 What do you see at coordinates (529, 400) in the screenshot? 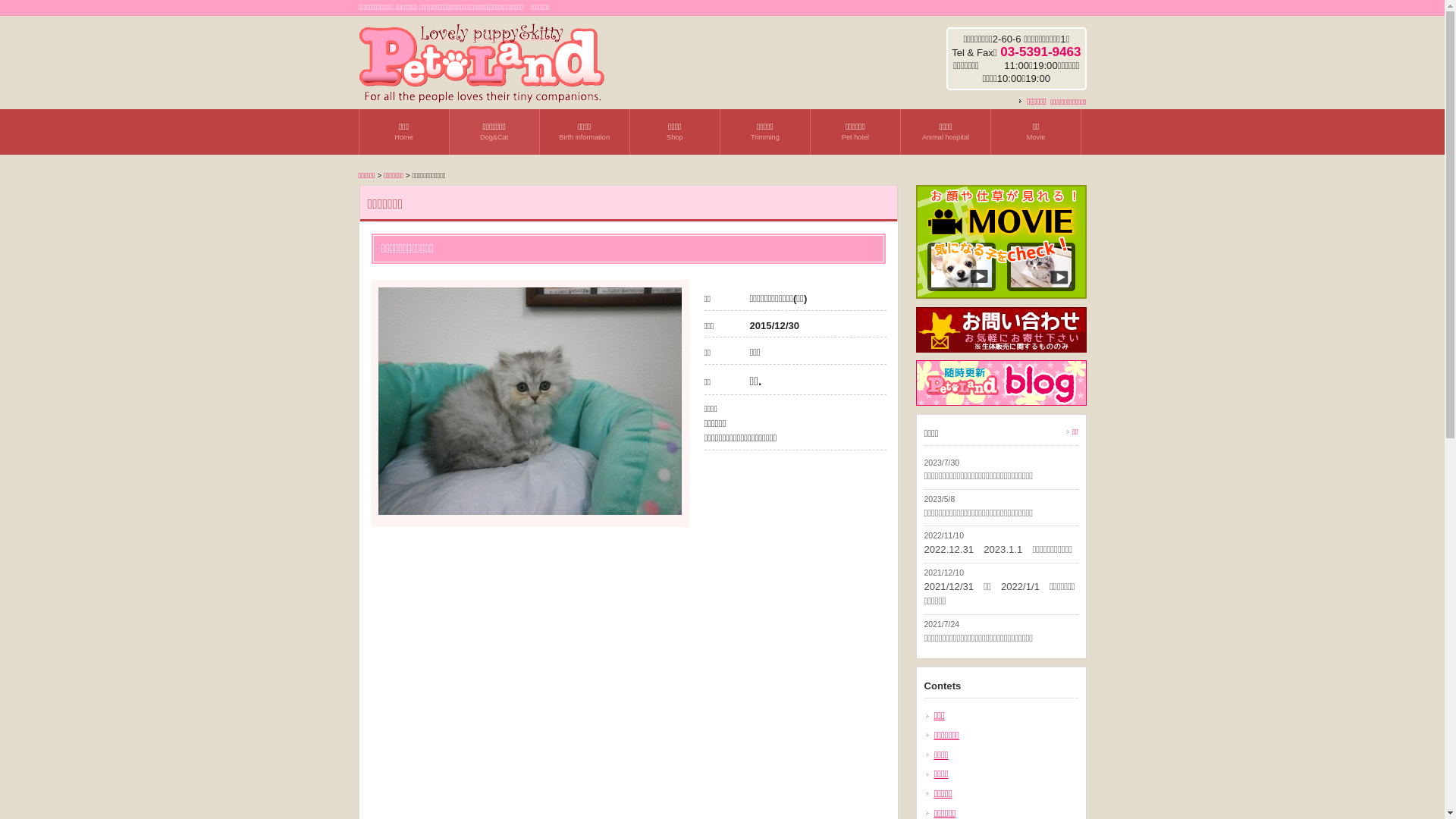
I see `'OLYMPUS DIGITAL CAMERA'` at bounding box center [529, 400].